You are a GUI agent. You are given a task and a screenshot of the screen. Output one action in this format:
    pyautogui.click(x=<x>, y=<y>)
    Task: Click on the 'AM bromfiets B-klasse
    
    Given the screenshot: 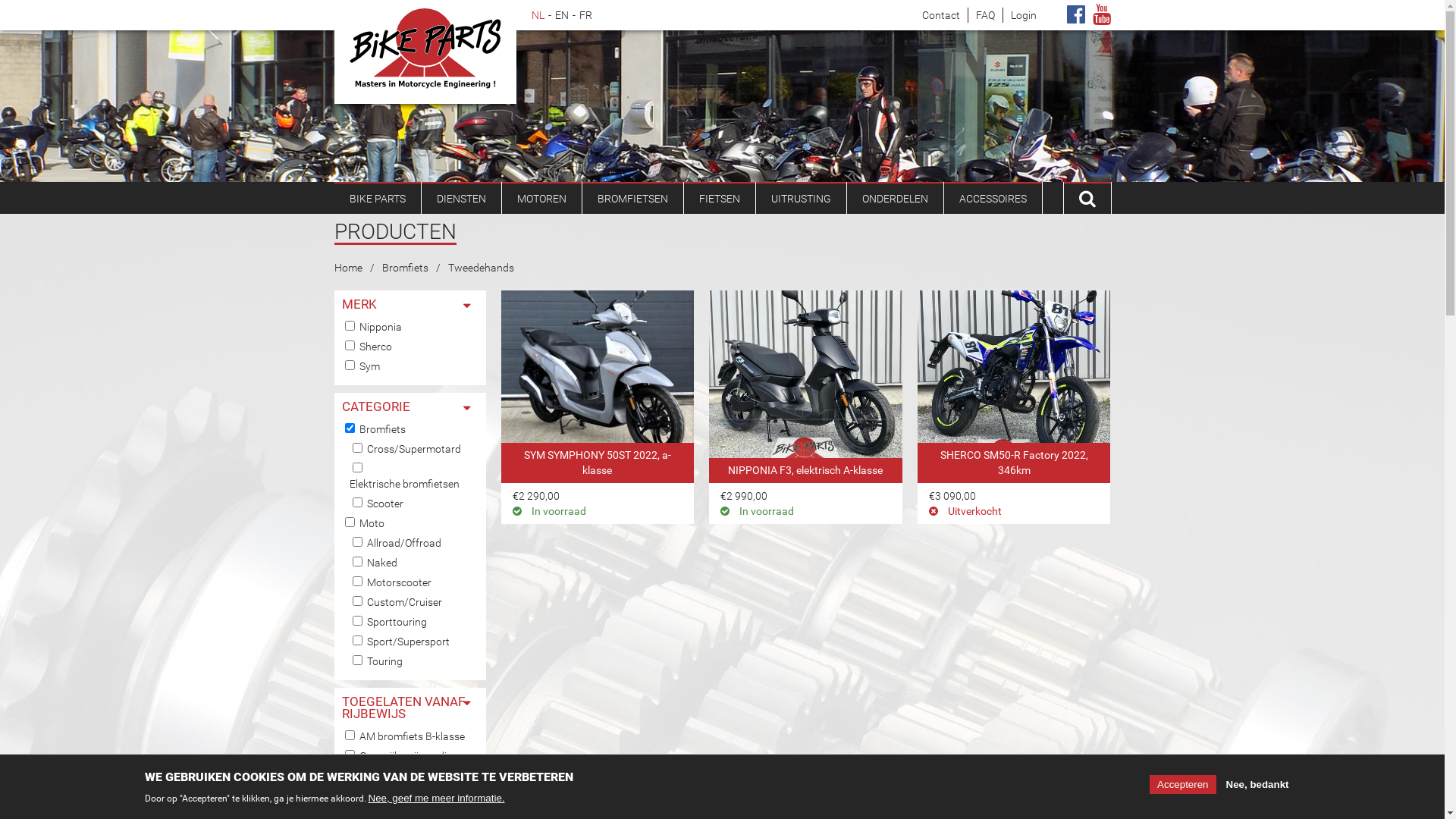 What is the action you would take?
    pyautogui.click(x=359, y=736)
    